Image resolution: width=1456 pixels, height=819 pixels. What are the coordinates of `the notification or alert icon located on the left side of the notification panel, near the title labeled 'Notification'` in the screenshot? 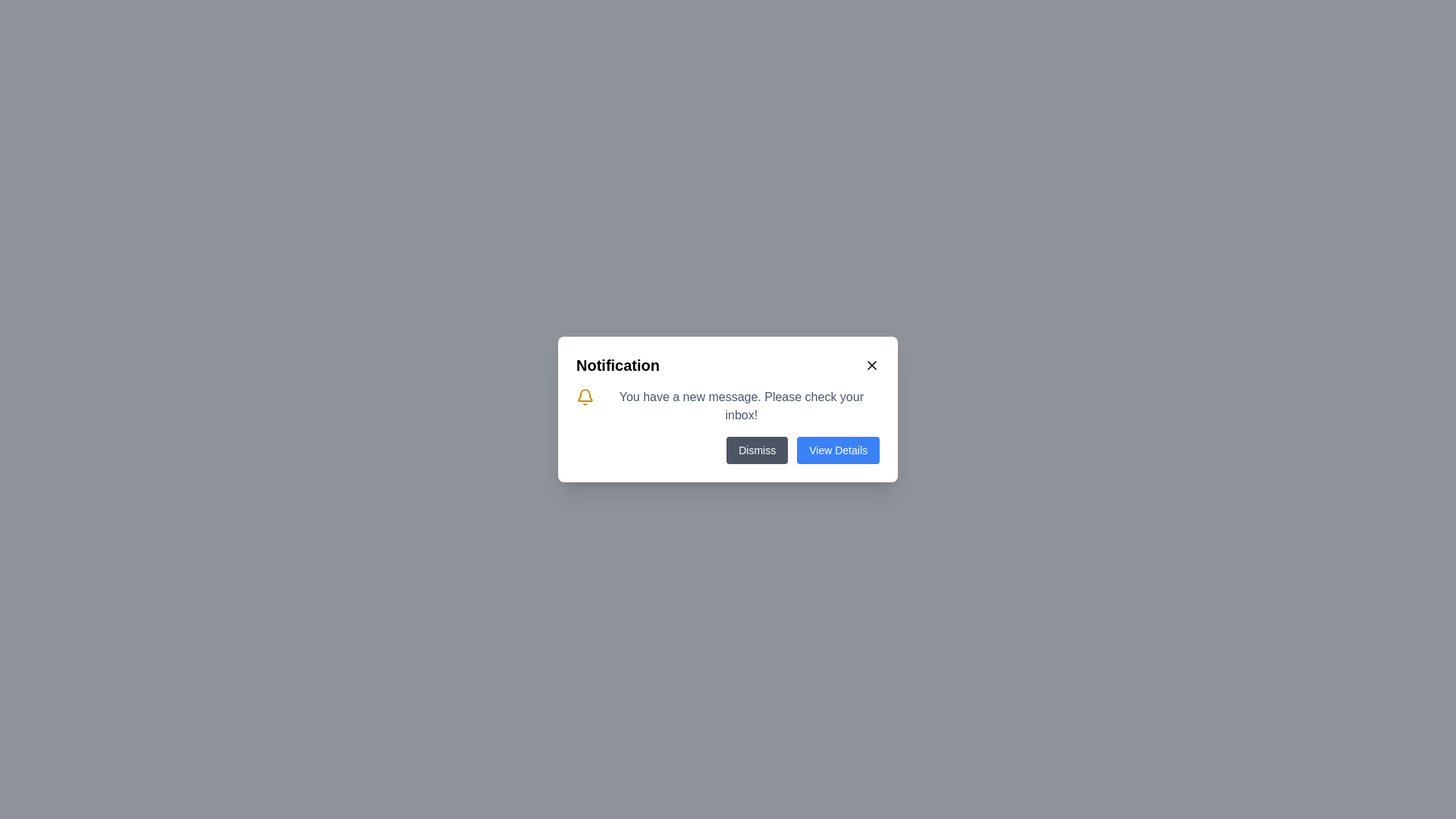 It's located at (584, 394).